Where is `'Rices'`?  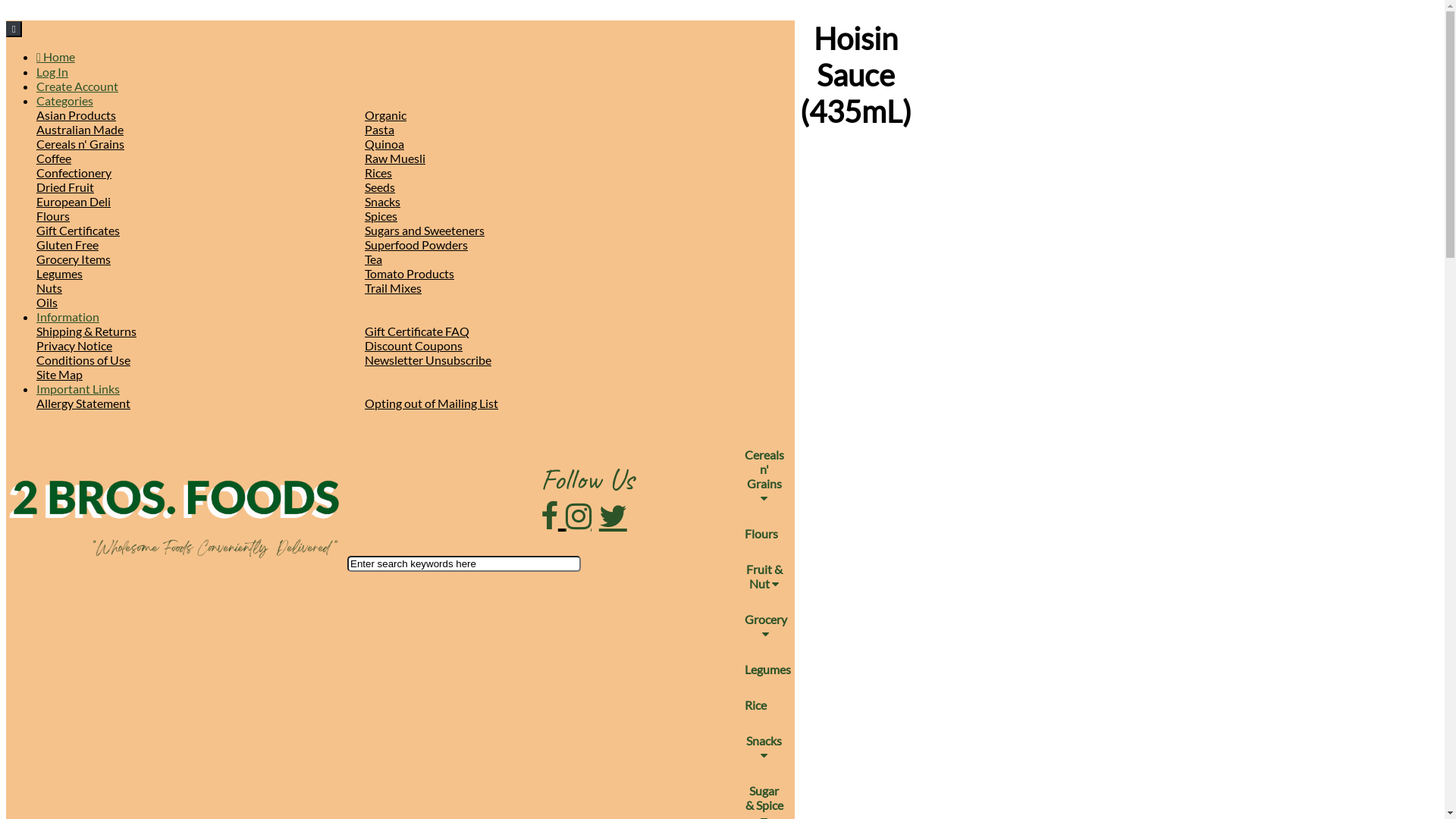 'Rices' is located at coordinates (378, 171).